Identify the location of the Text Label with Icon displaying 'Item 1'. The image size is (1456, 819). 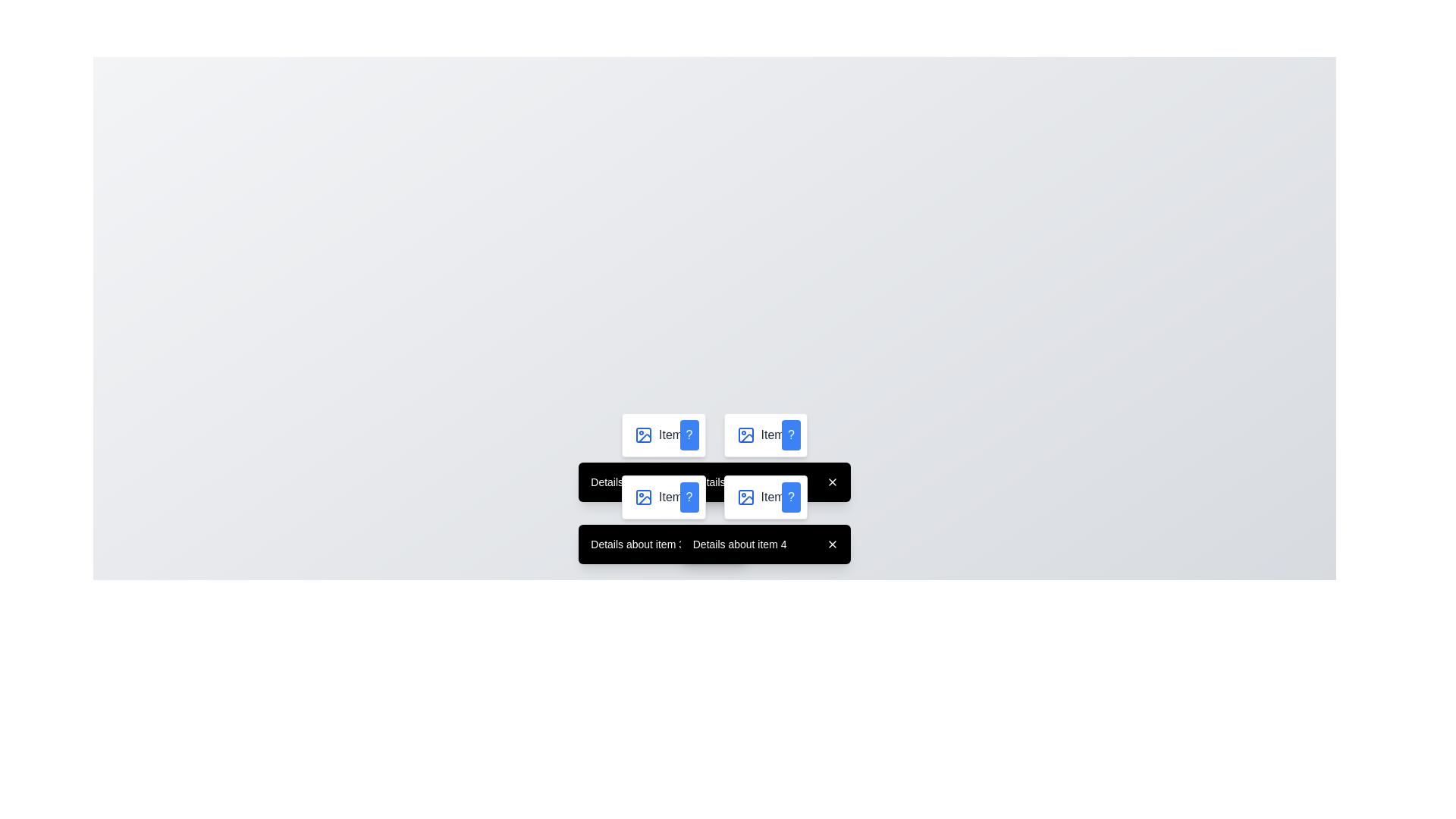
(664, 435).